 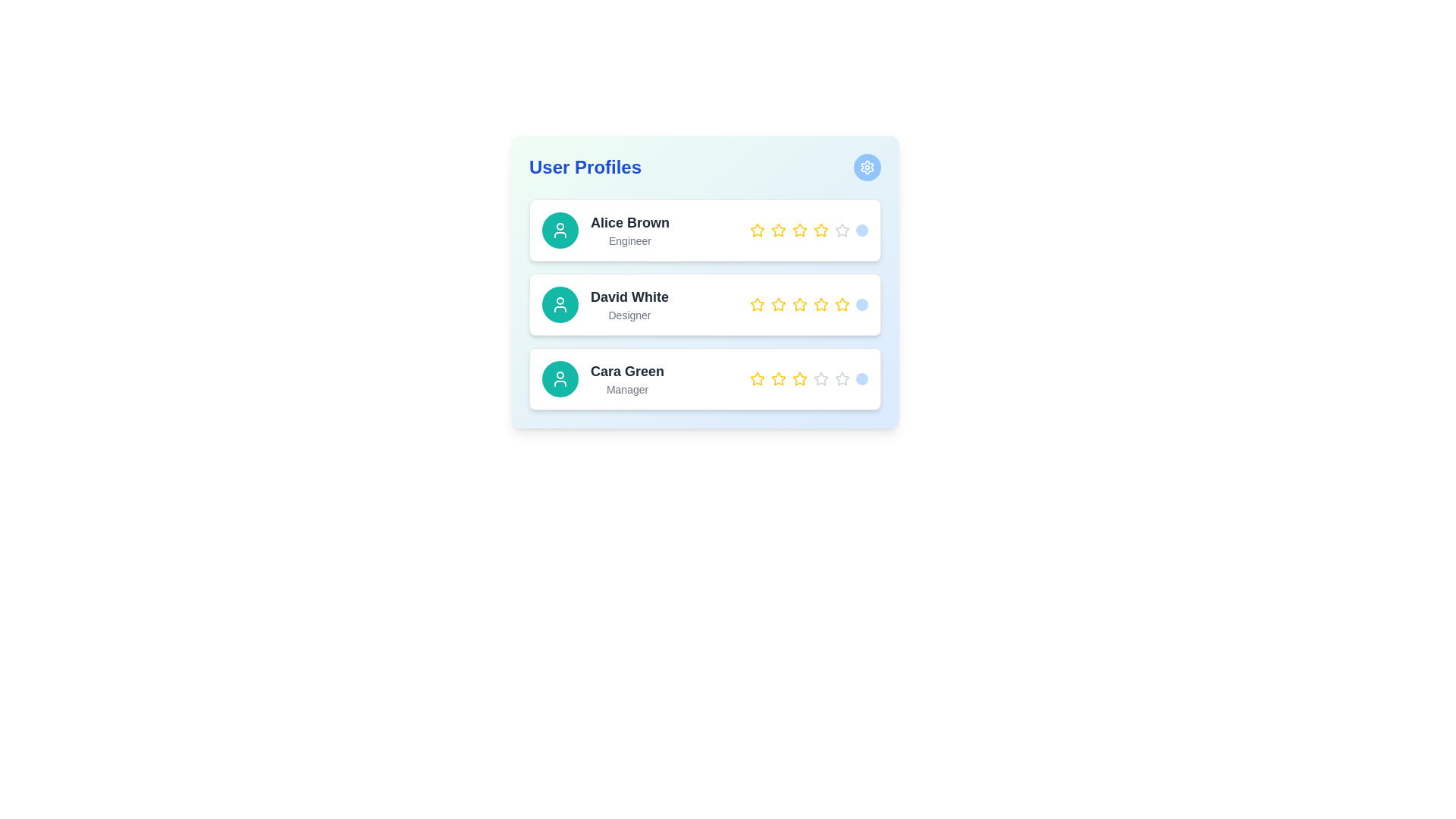 What do you see at coordinates (757, 378) in the screenshot?
I see `the first star icon in the rating system for the user profile 'Cara Green'` at bounding box center [757, 378].